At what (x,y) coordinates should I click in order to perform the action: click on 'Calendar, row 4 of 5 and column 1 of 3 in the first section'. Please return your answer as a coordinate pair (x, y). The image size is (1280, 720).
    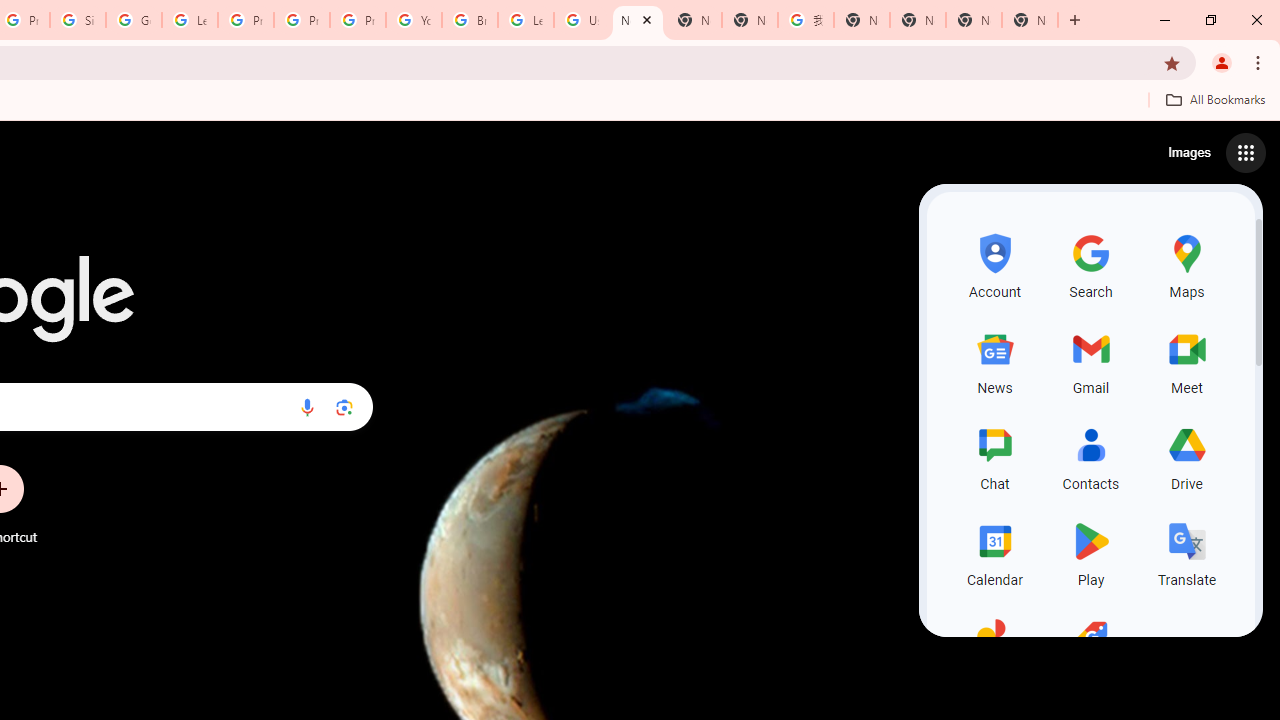
    Looking at the image, I should click on (995, 551).